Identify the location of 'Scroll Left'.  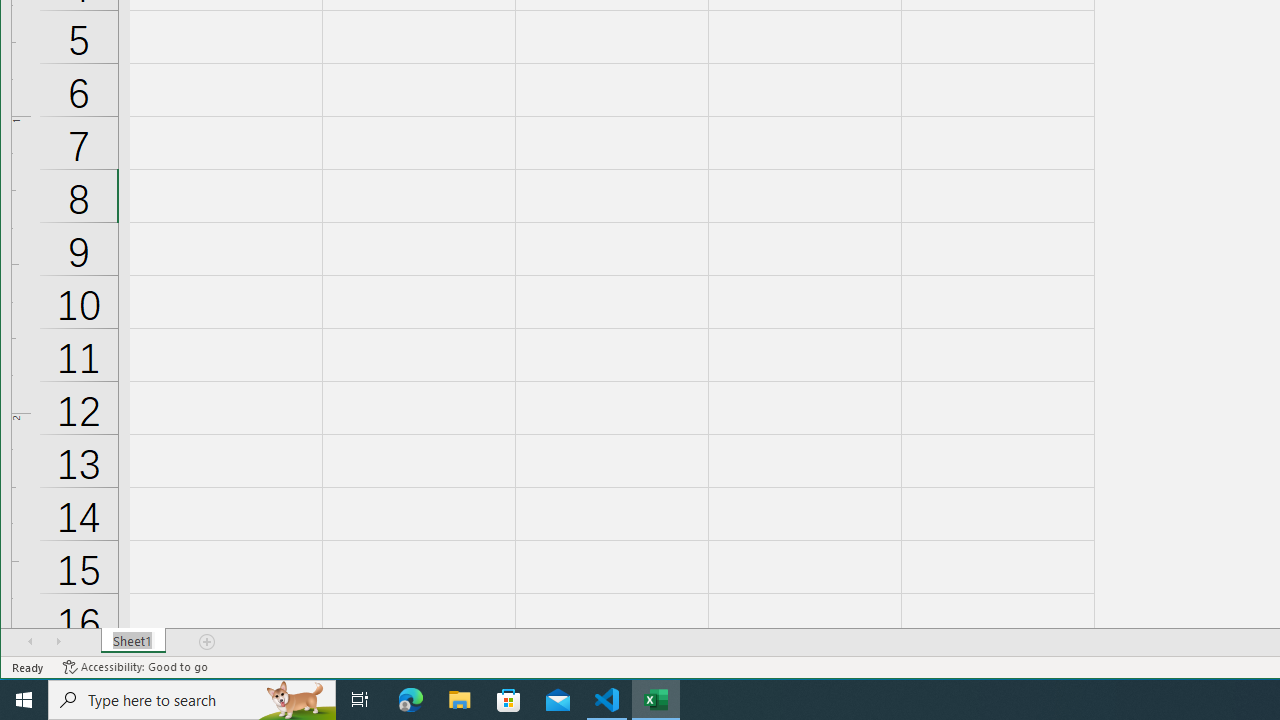
(30, 641).